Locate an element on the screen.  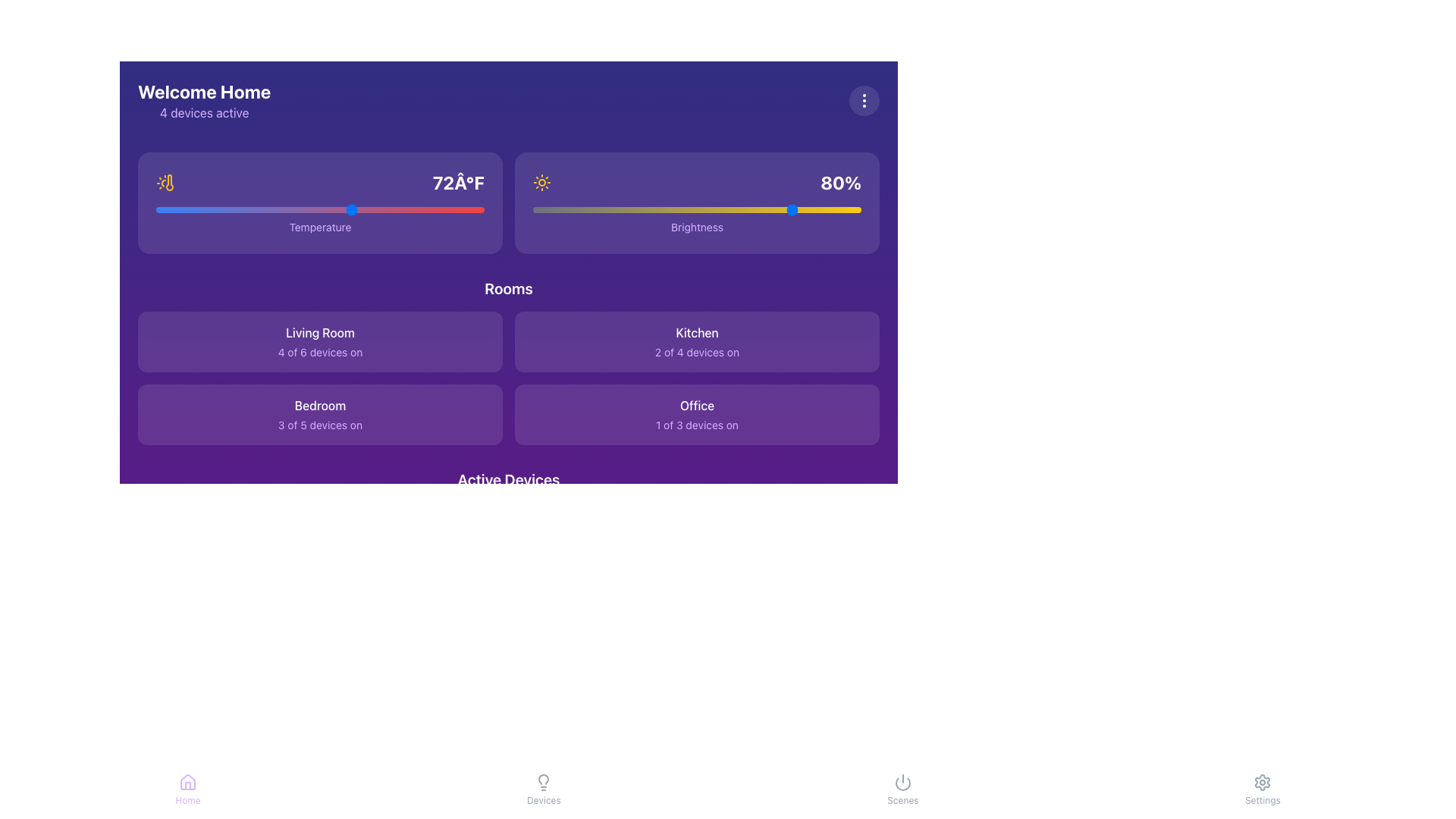
the temperature is located at coordinates (172, 210).